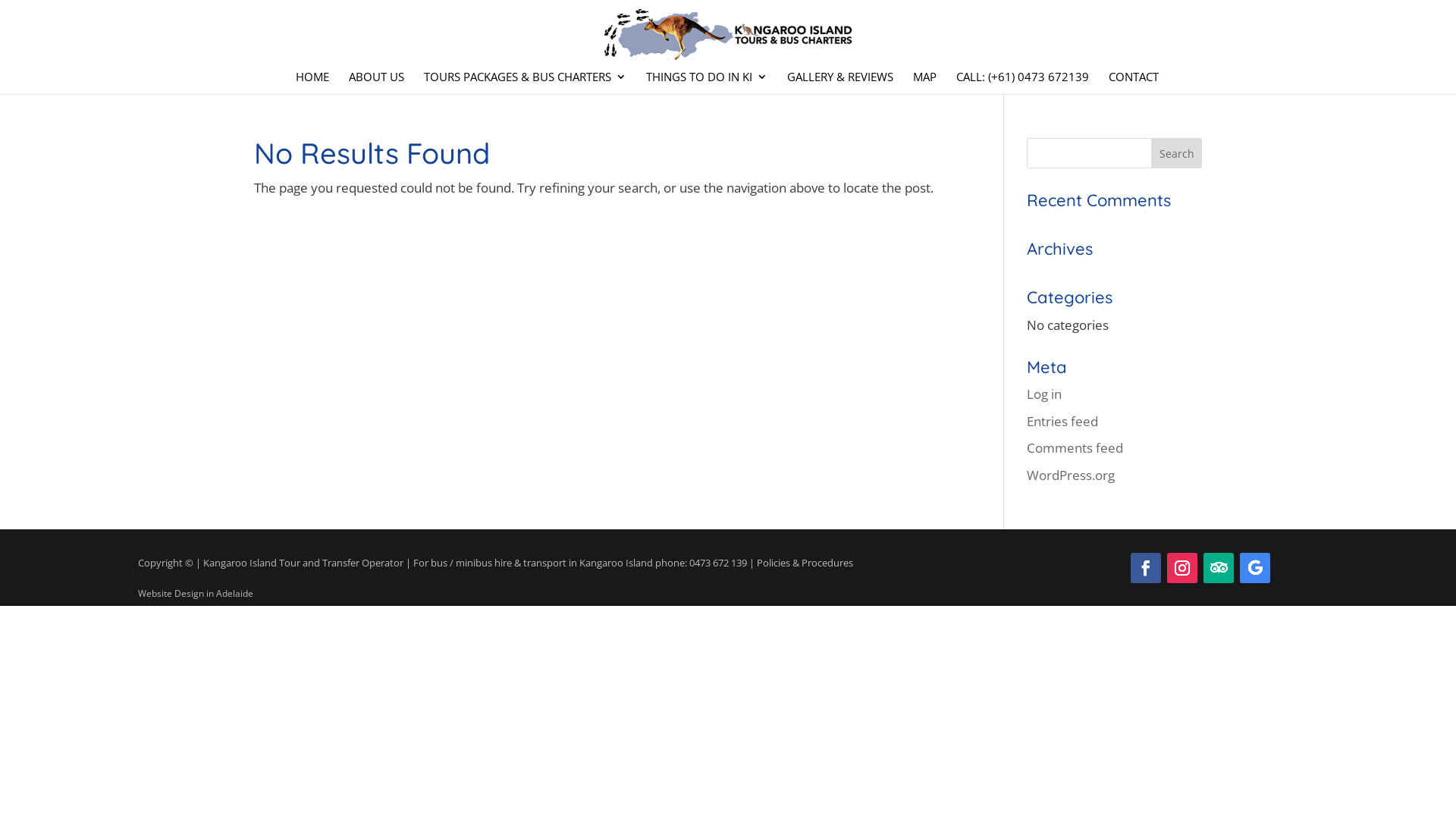 The width and height of the screenshot is (1456, 819). I want to click on 'ABOUT US', so click(376, 82).